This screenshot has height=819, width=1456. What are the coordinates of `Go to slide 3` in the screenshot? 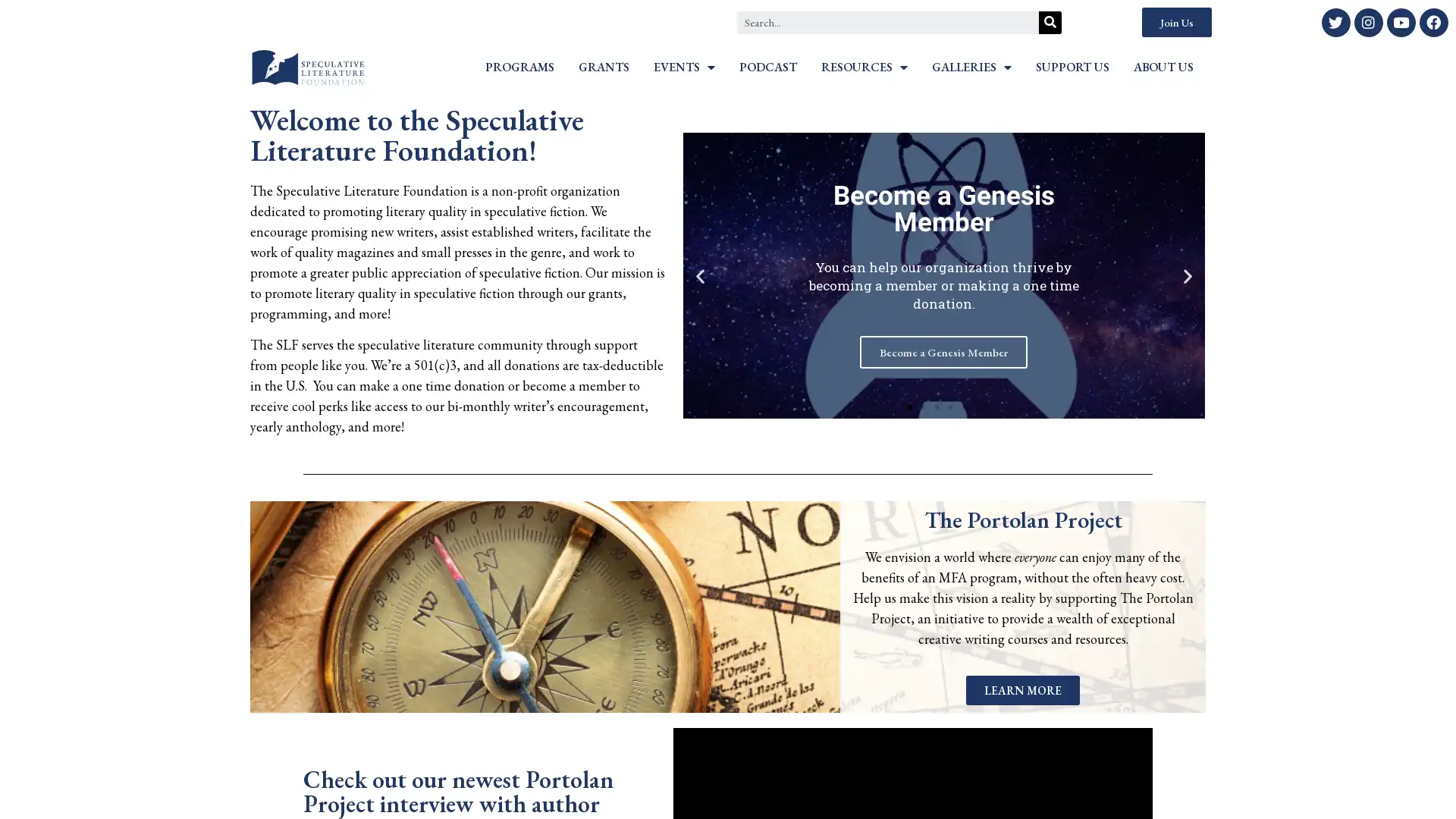 It's located at (937, 406).